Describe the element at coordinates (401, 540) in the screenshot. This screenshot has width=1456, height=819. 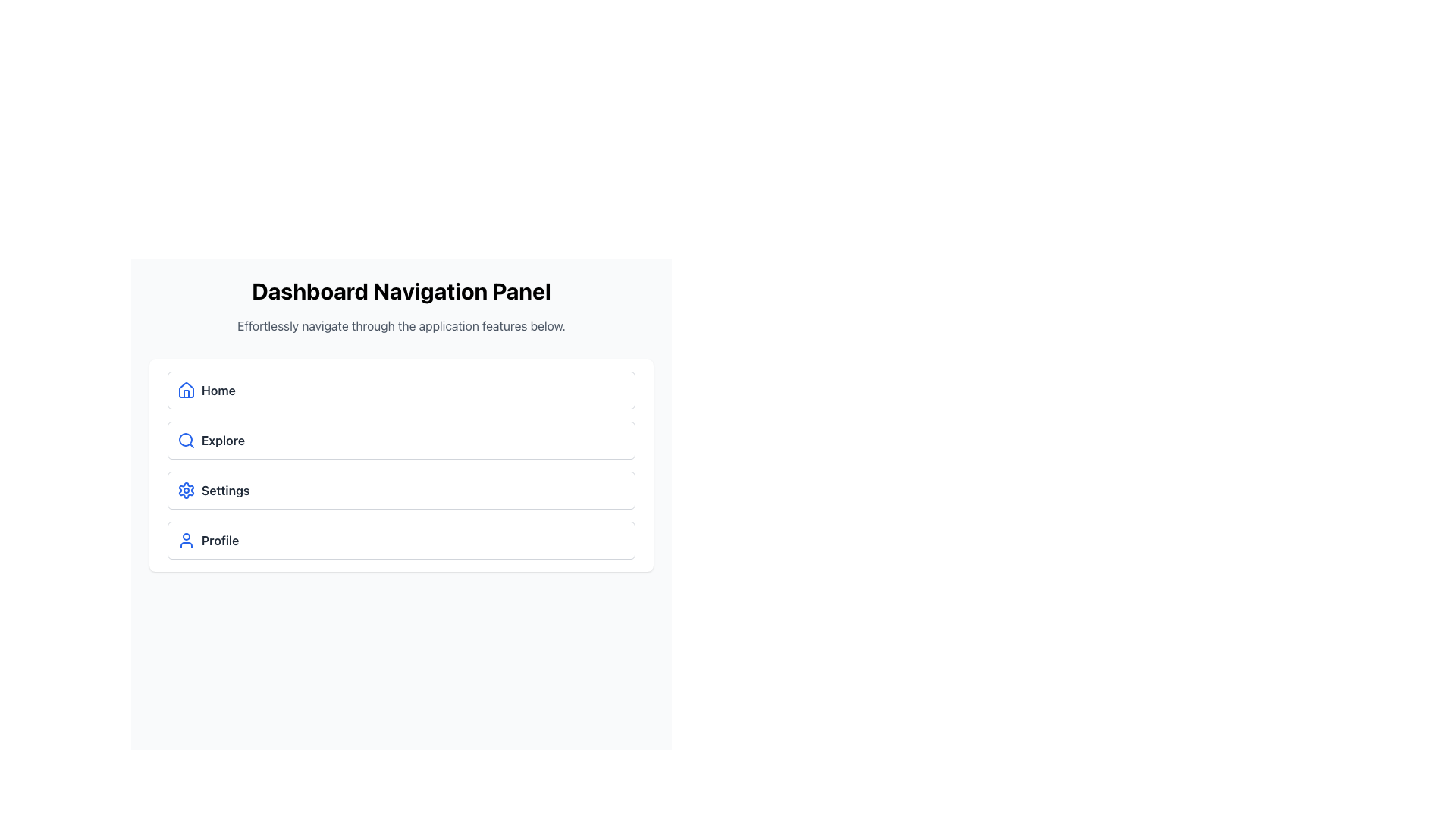
I see `the 'Profile' navigation button located at the bottom of the vertical list of buttons` at that location.